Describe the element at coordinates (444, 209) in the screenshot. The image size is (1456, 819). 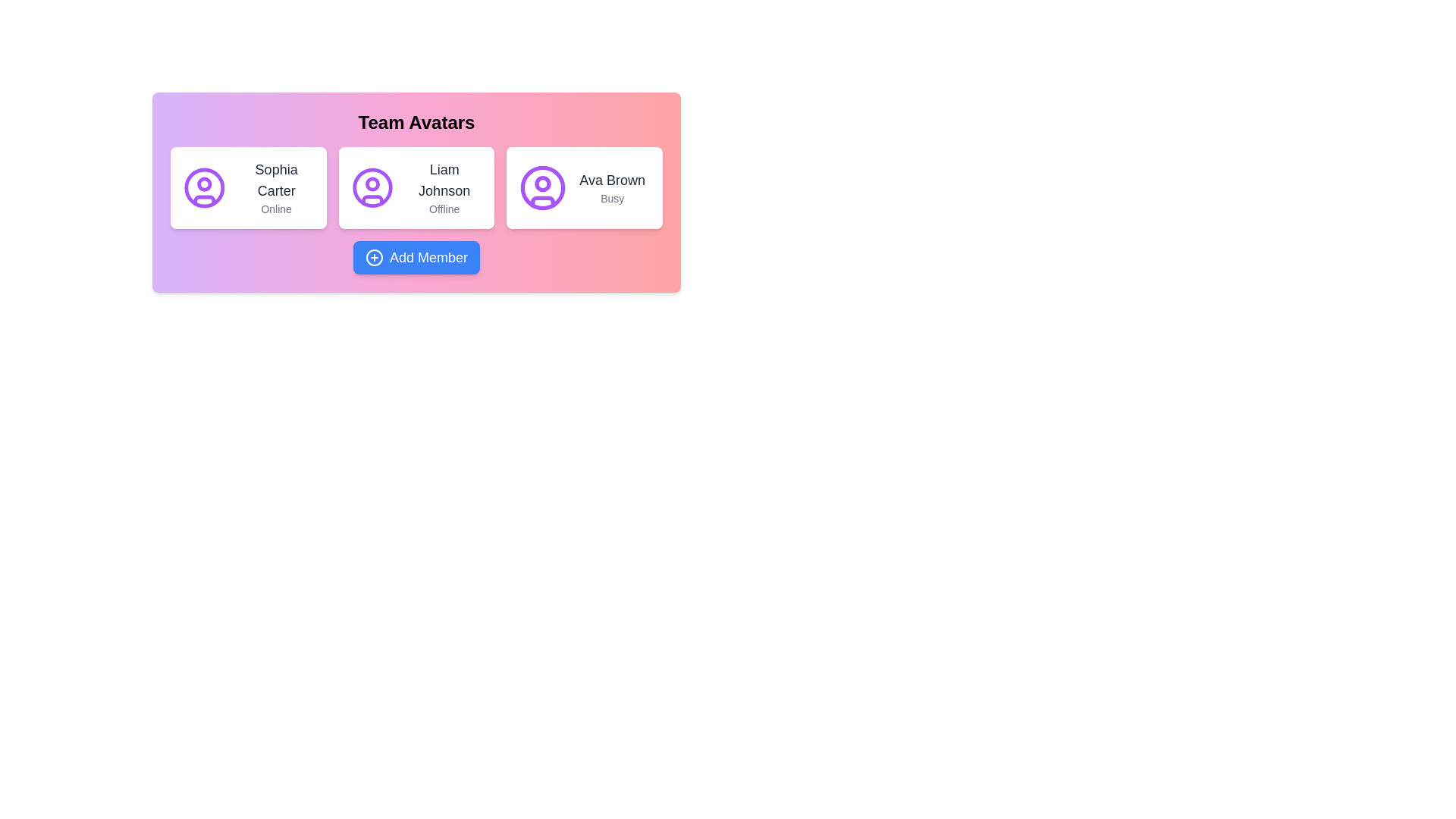
I see `text label displaying 'Offline' in gray font that is located beneath 'Liam Johnson' in the middle card of the layout` at that location.